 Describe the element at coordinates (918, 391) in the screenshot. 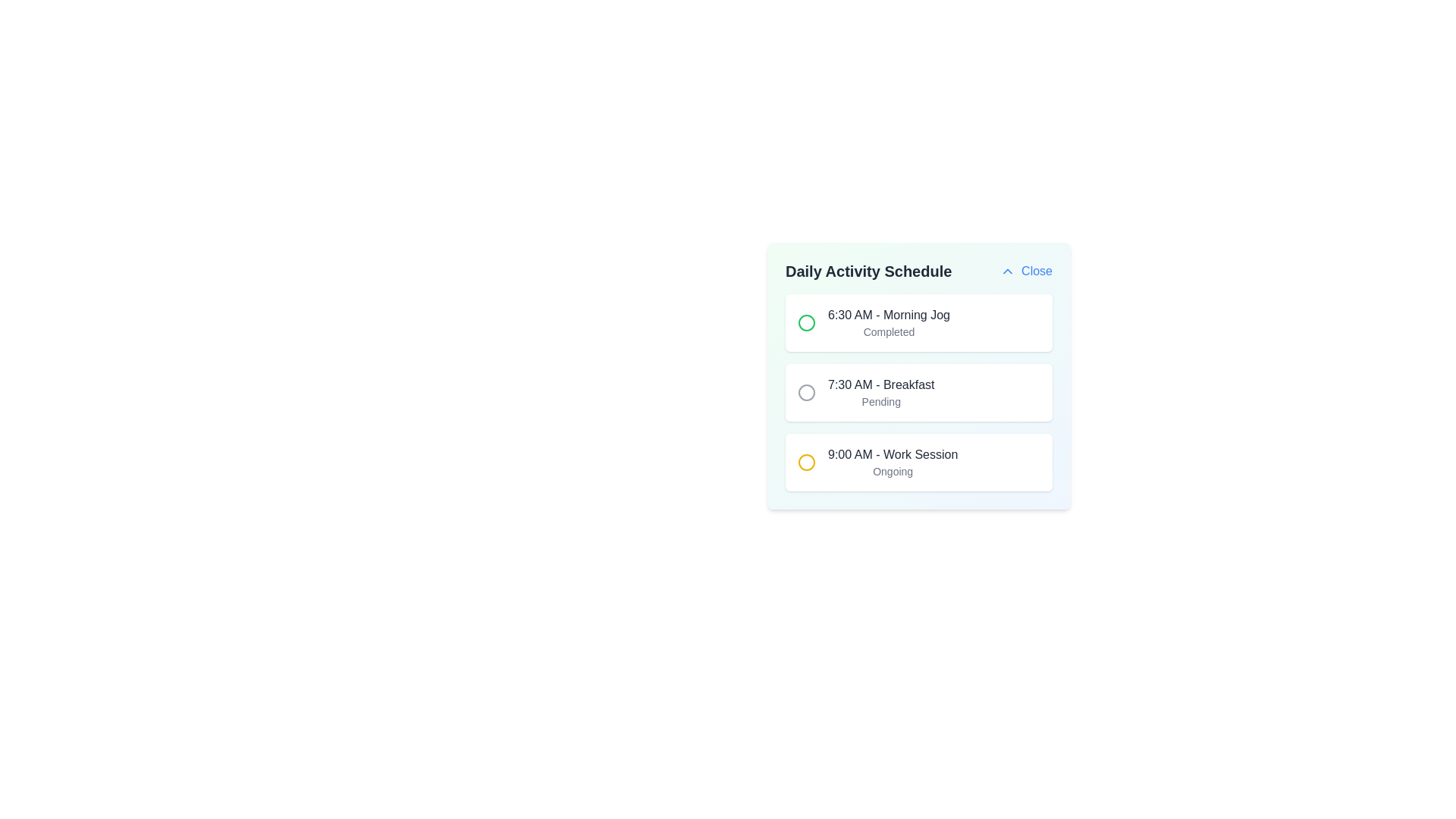

I see `the text of the second Activity card in the Daily Activity Schedule` at that location.